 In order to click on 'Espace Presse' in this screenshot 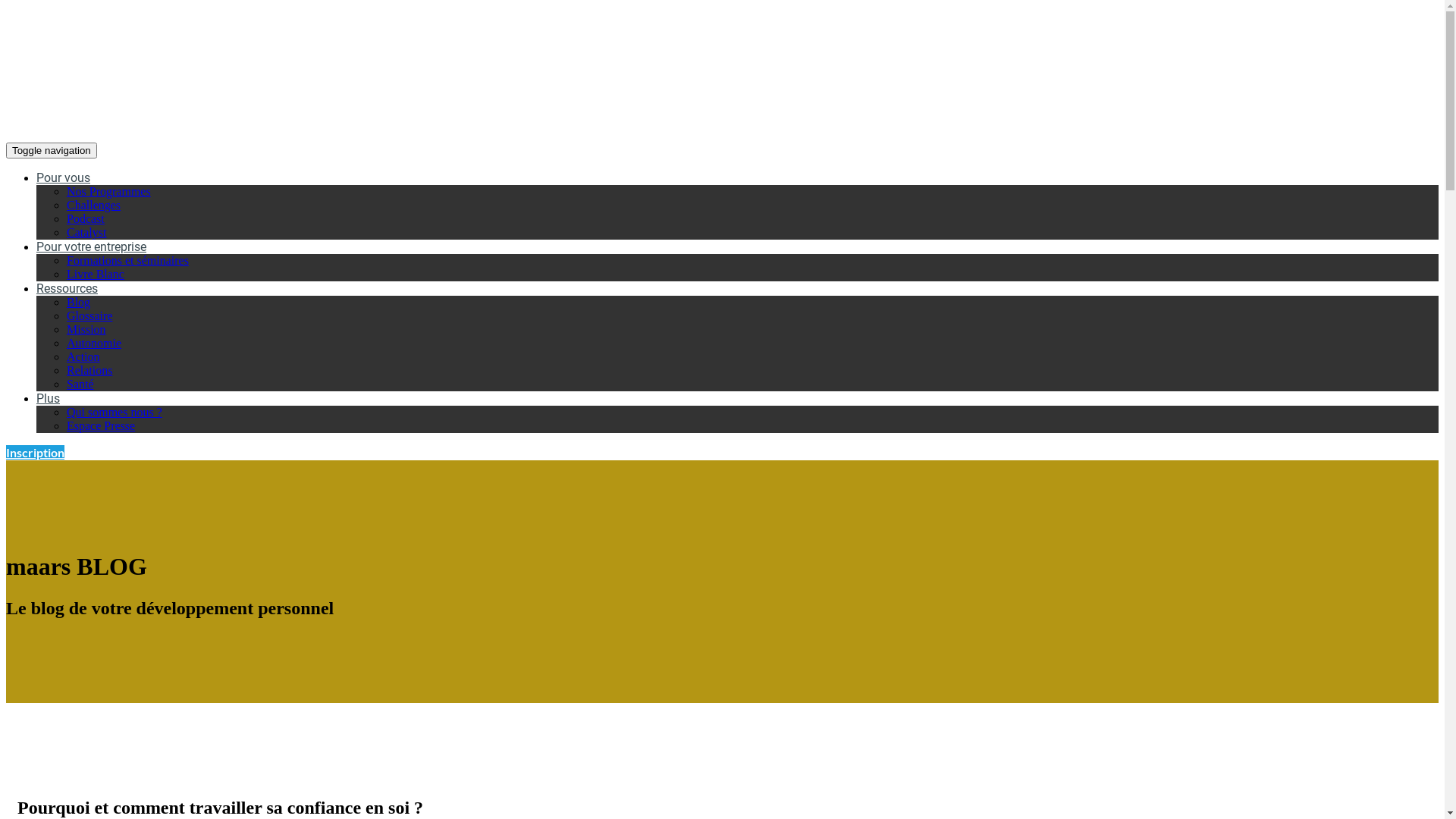, I will do `click(65, 425)`.